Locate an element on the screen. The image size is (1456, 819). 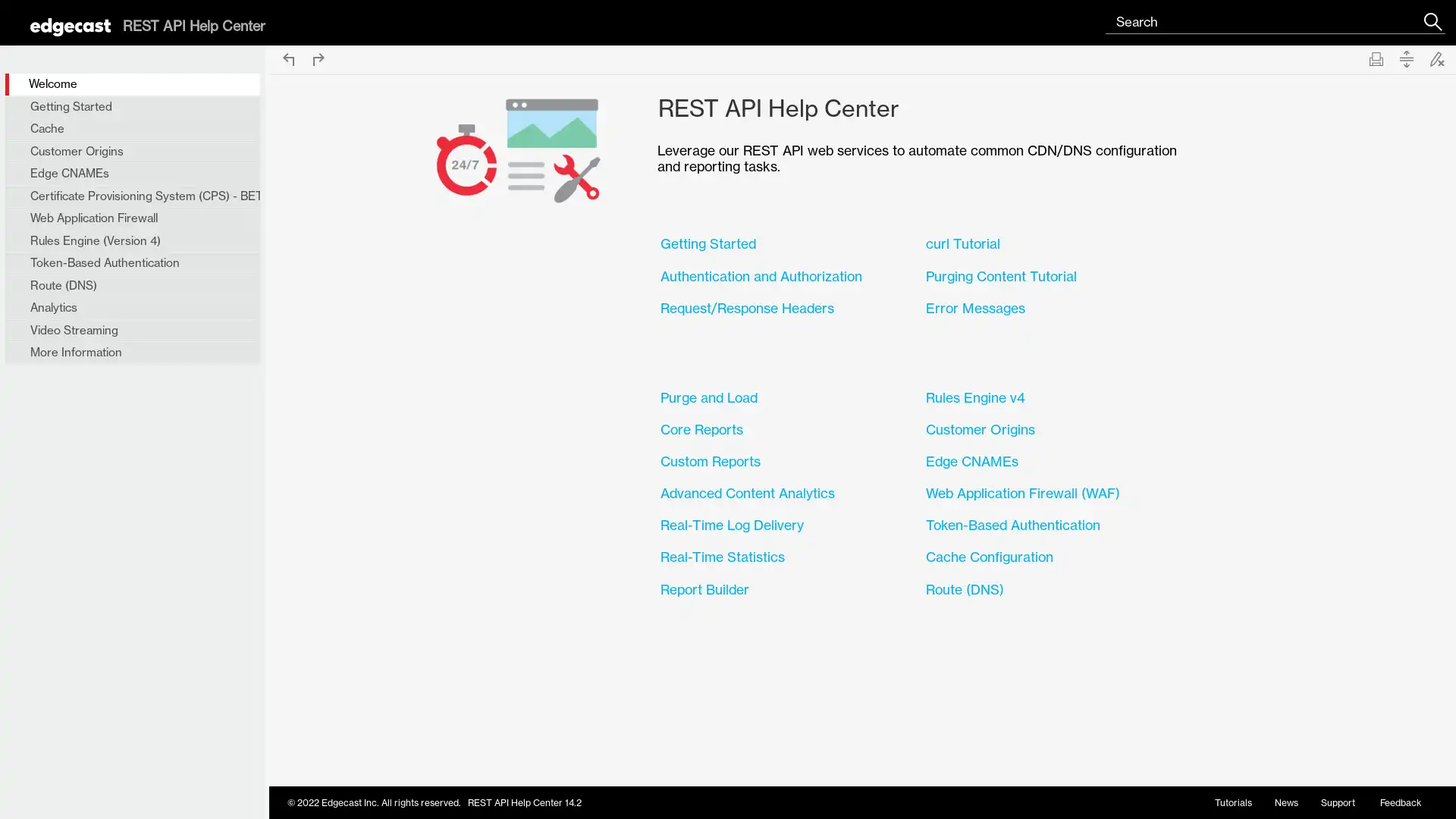
print is located at coordinates (1376, 58).